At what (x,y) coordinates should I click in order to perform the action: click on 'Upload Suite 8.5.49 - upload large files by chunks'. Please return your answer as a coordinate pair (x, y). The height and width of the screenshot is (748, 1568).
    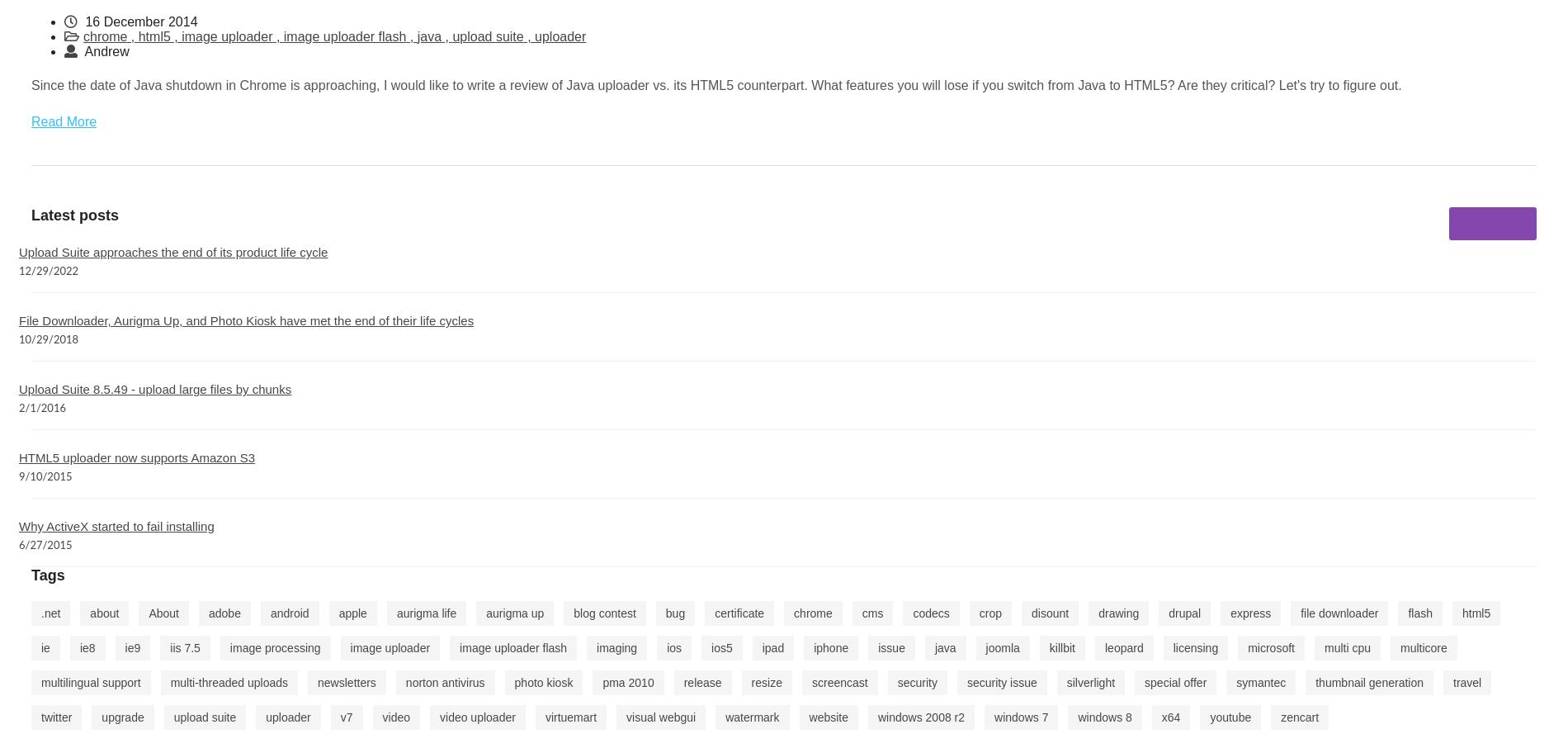
    Looking at the image, I should click on (154, 388).